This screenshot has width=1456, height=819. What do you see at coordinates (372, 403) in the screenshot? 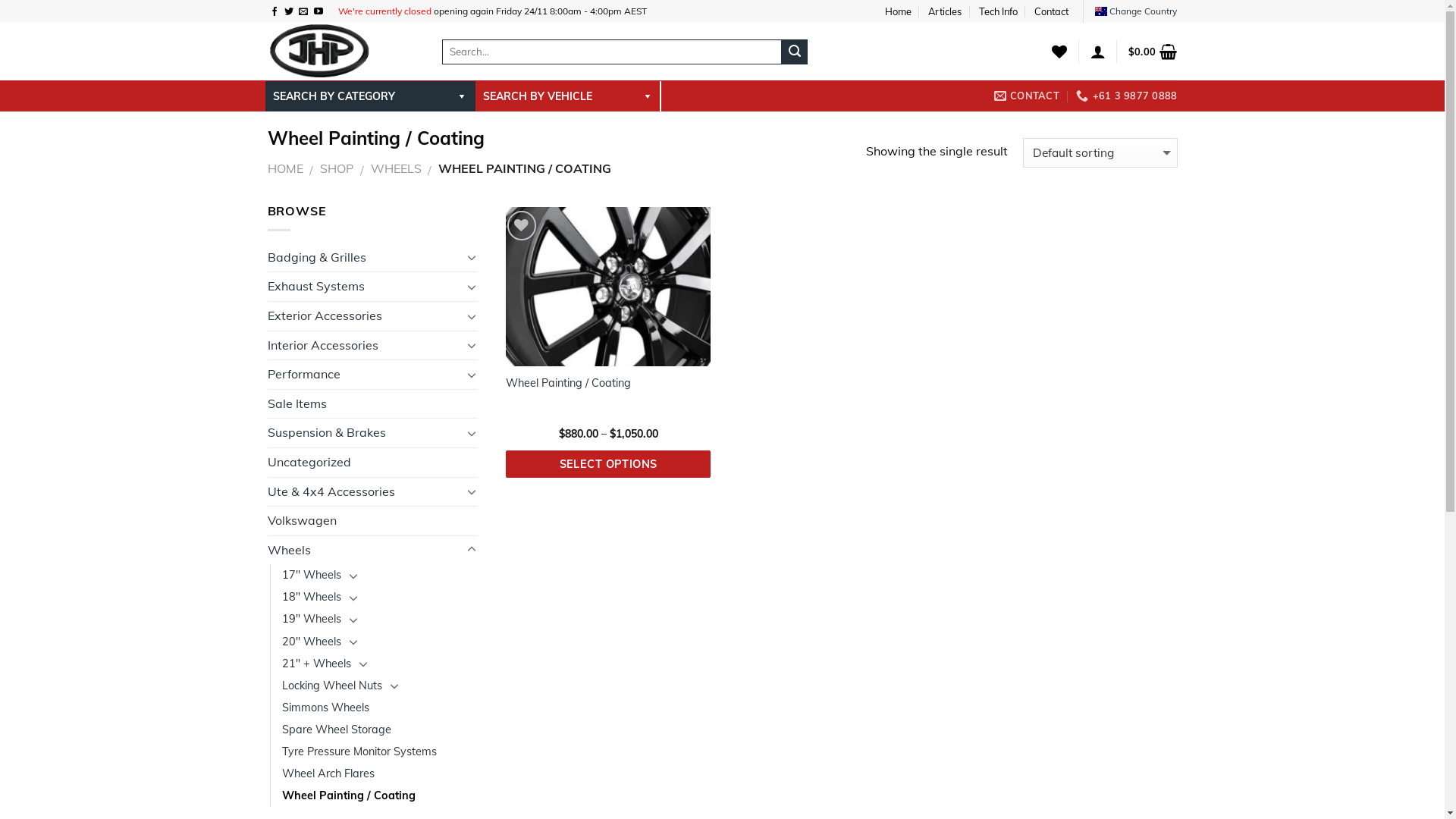
I see `'Sale Items'` at bounding box center [372, 403].